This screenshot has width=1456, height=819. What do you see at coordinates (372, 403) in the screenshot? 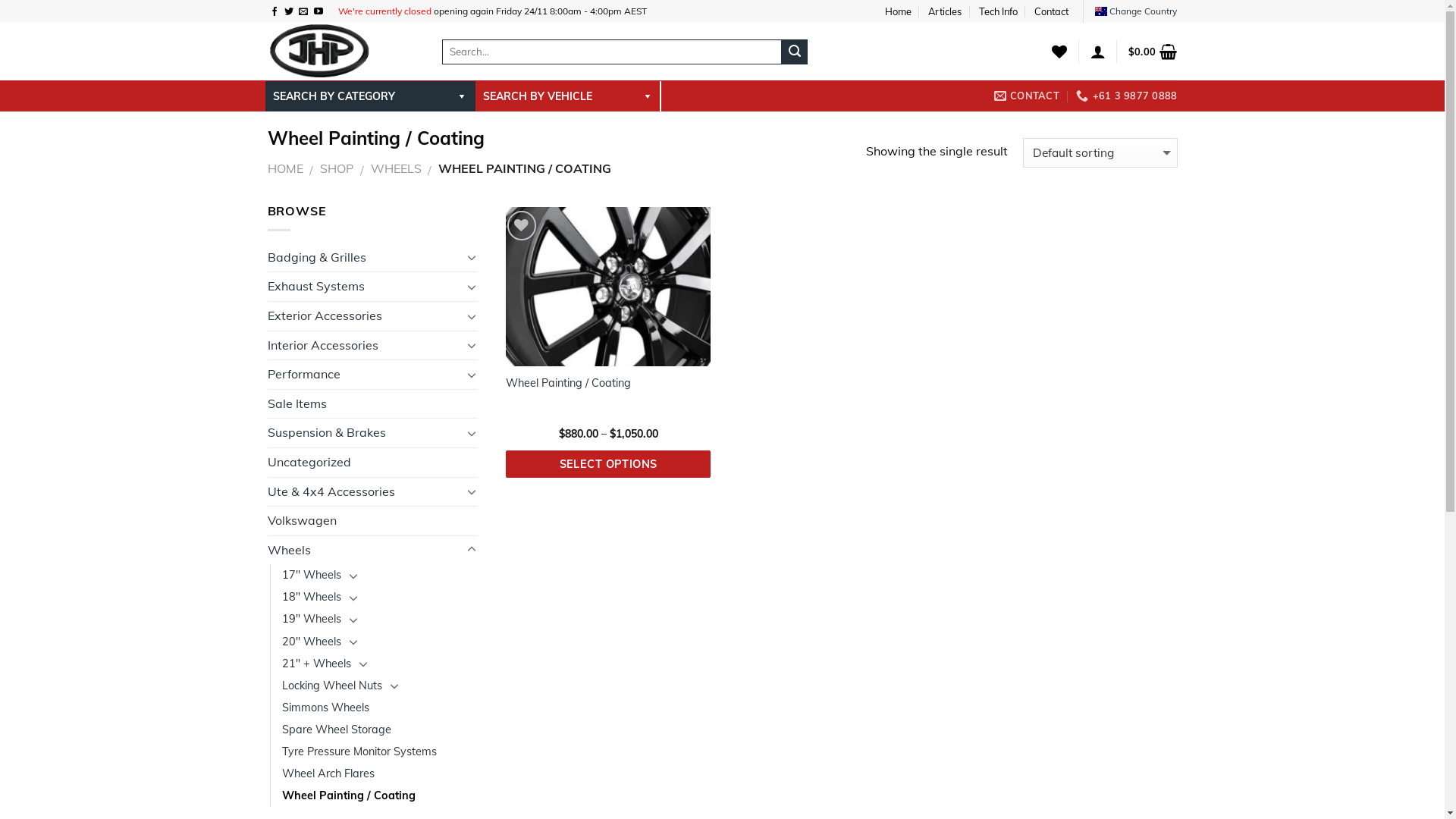
I see `'Sale Items'` at bounding box center [372, 403].